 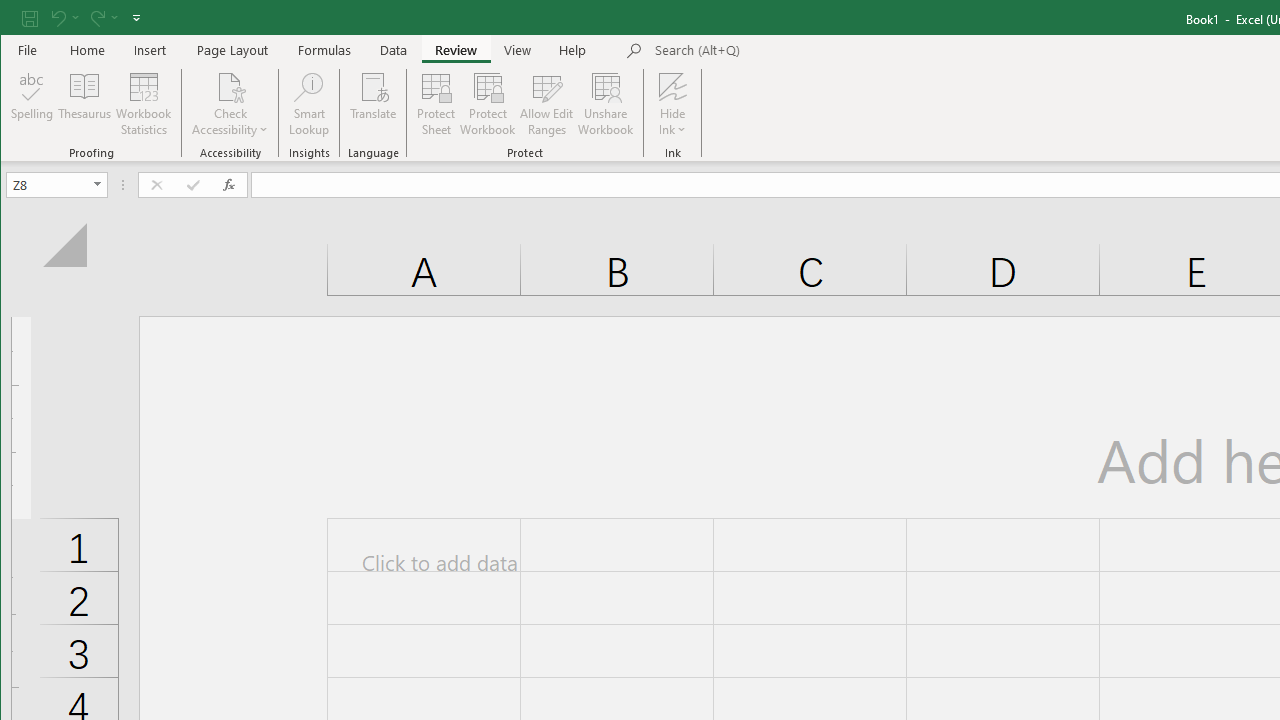 What do you see at coordinates (143, 104) in the screenshot?
I see `'Workbook Statistics'` at bounding box center [143, 104].